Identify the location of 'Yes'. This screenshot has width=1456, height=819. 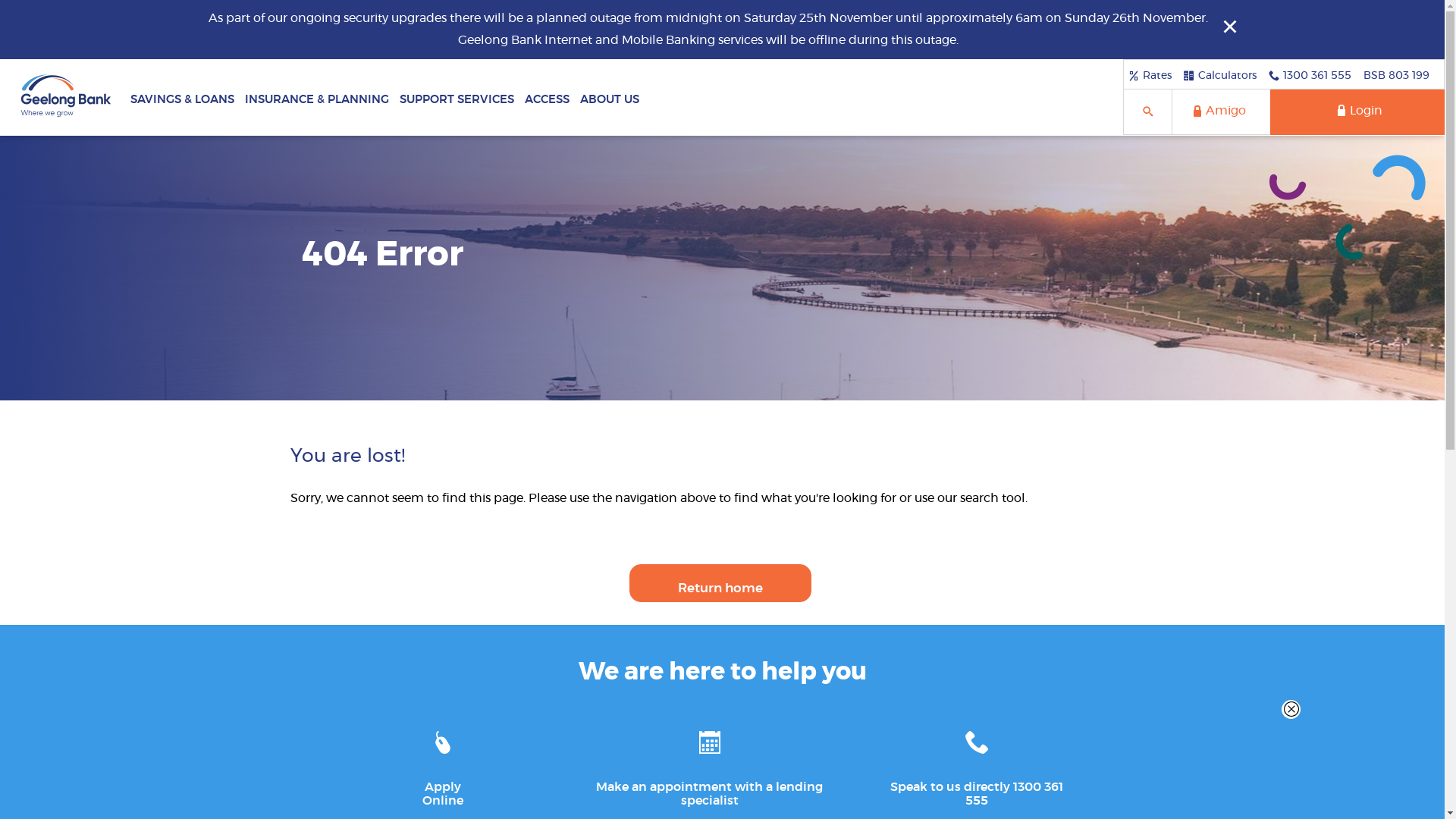
(5, 5).